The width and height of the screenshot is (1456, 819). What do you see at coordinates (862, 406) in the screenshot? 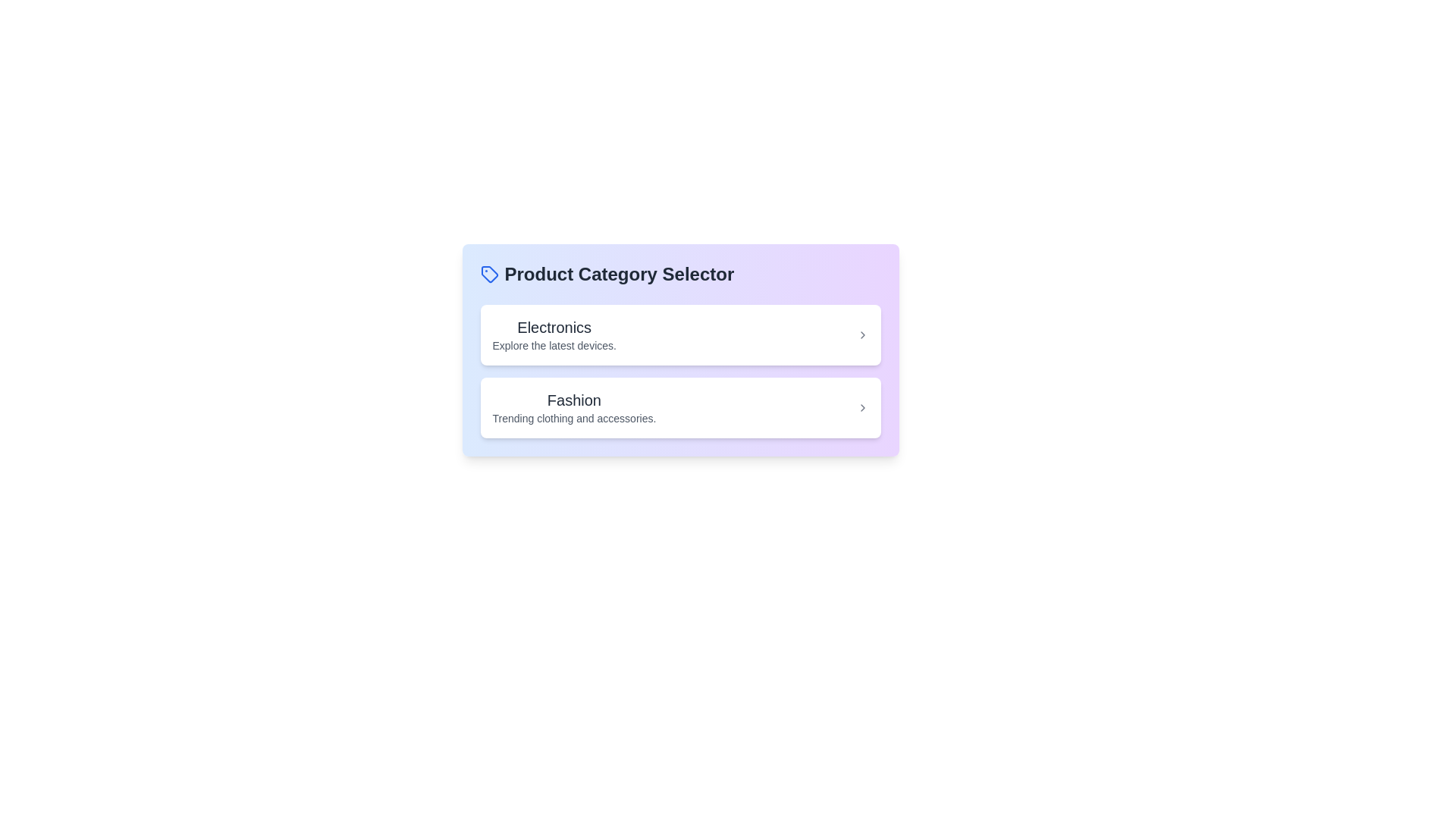
I see `the right-facing chevron icon button for navigation located at the far right of the 'Fashion Trending clothing and accessories' card for additional visual feedback` at bounding box center [862, 406].